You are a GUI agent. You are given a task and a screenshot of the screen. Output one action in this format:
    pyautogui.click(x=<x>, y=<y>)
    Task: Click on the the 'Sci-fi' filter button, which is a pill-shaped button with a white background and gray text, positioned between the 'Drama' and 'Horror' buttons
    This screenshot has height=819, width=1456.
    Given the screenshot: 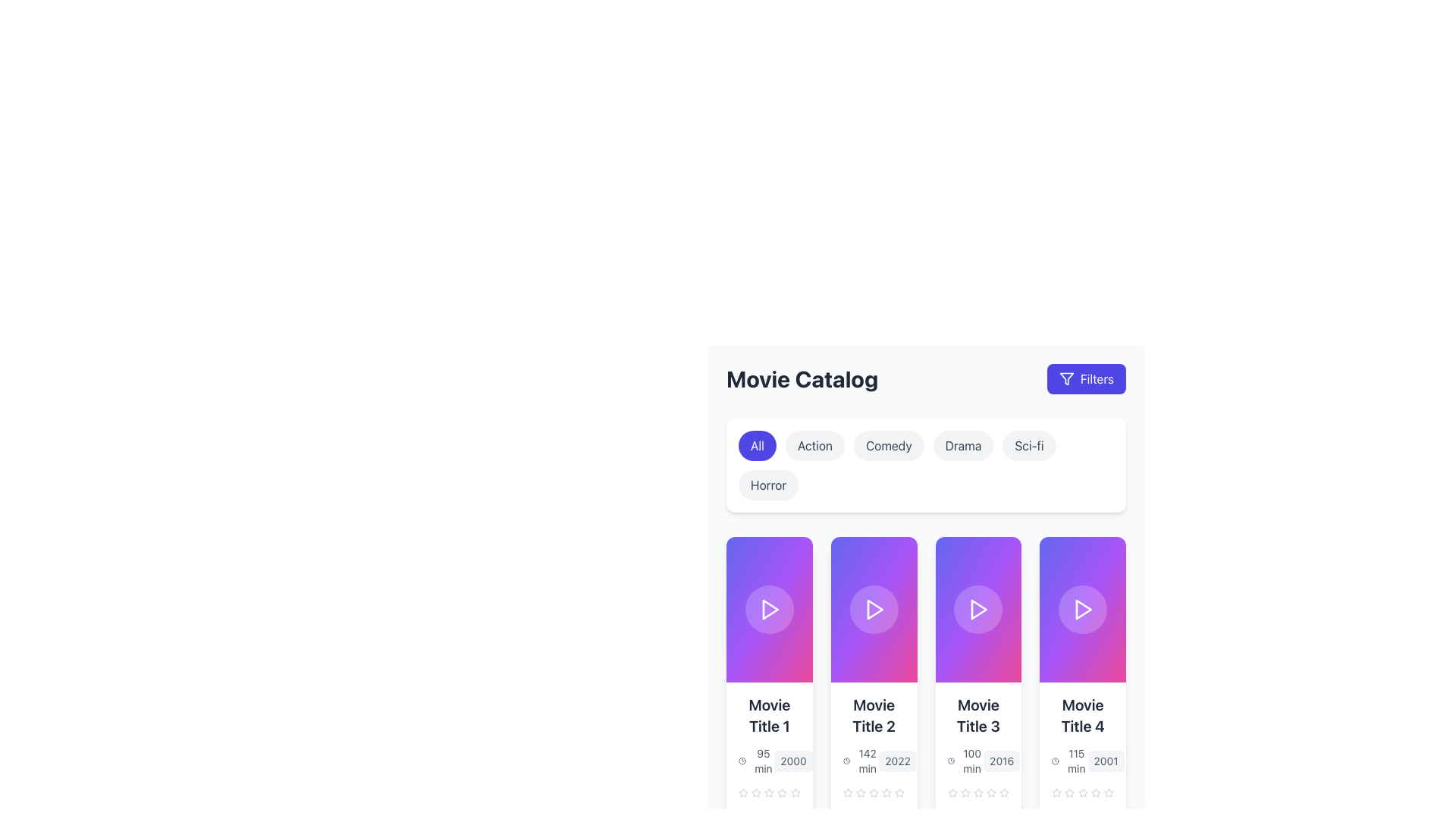 What is the action you would take?
    pyautogui.click(x=1029, y=444)
    